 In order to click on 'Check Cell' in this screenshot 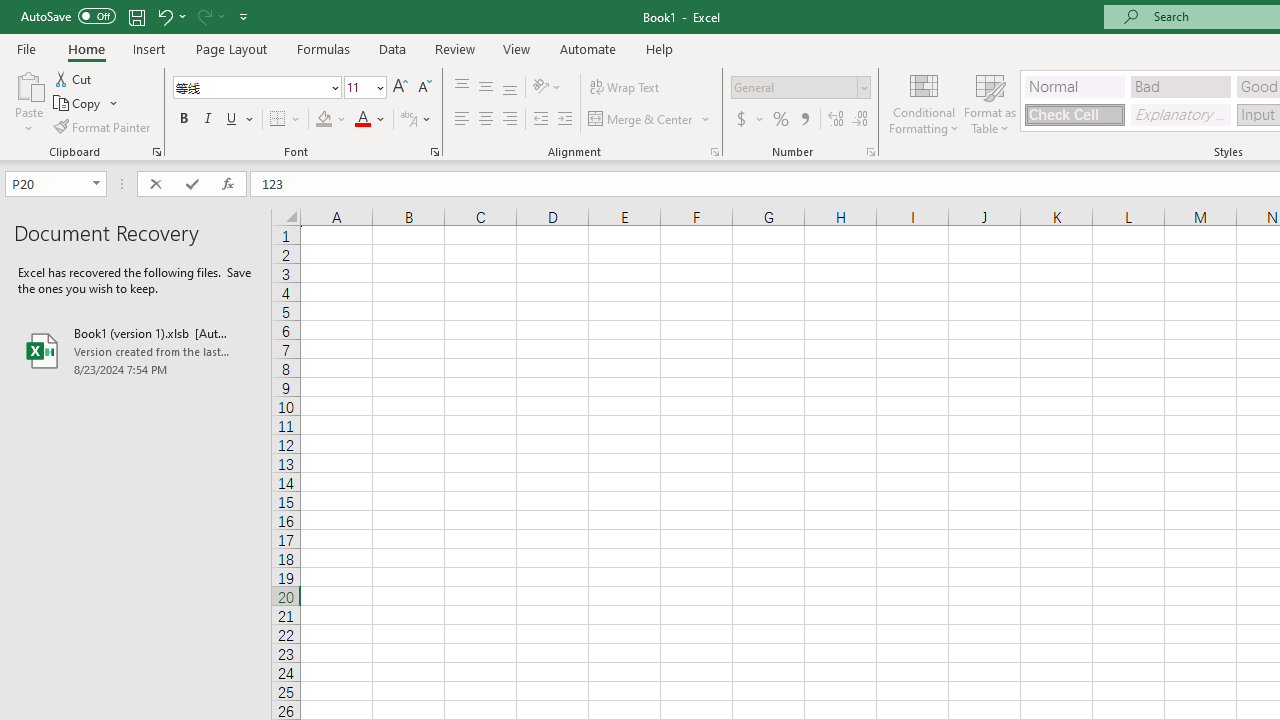, I will do `click(1073, 114)`.